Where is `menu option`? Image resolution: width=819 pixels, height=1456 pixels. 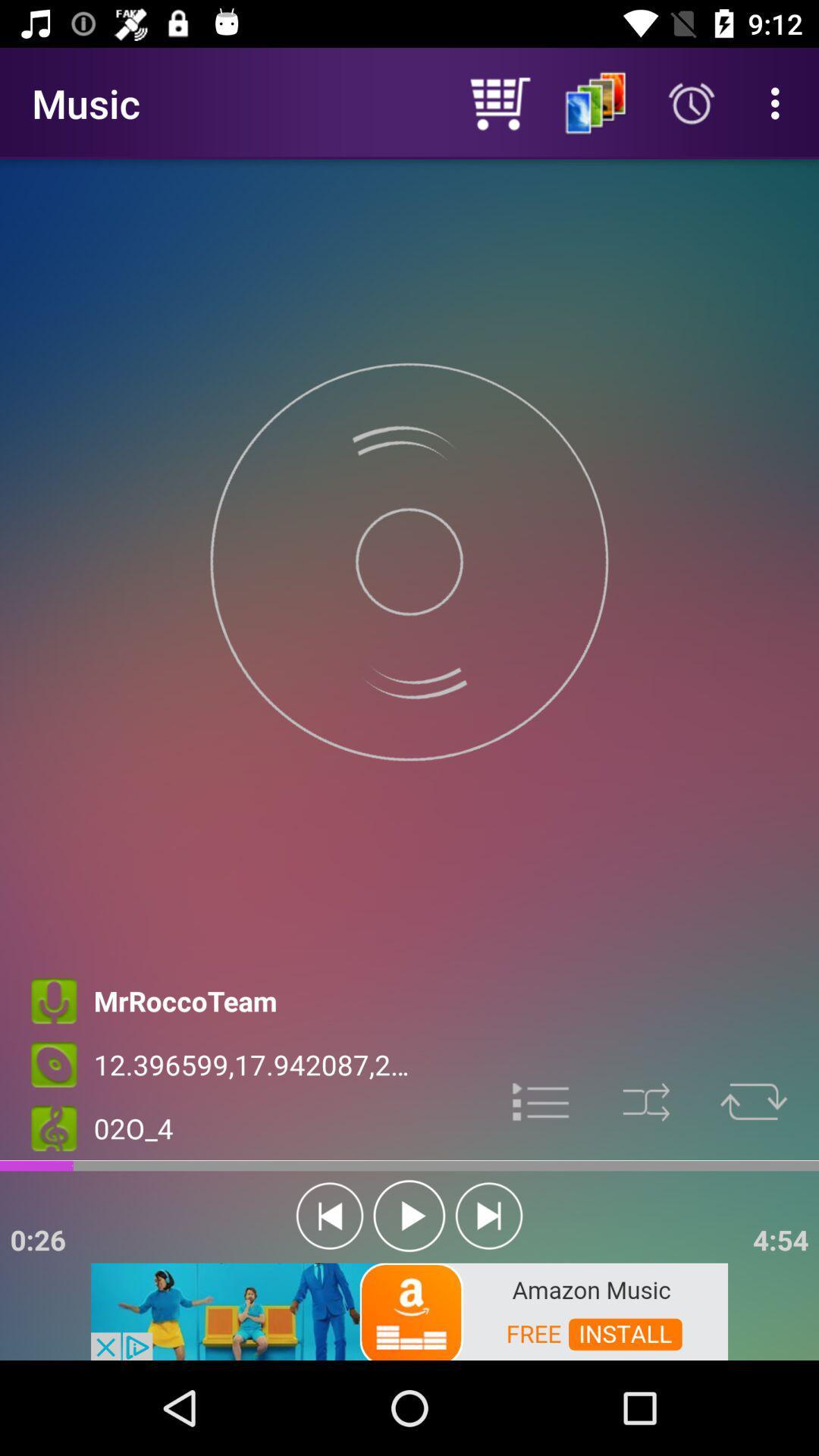 menu option is located at coordinates (541, 1100).